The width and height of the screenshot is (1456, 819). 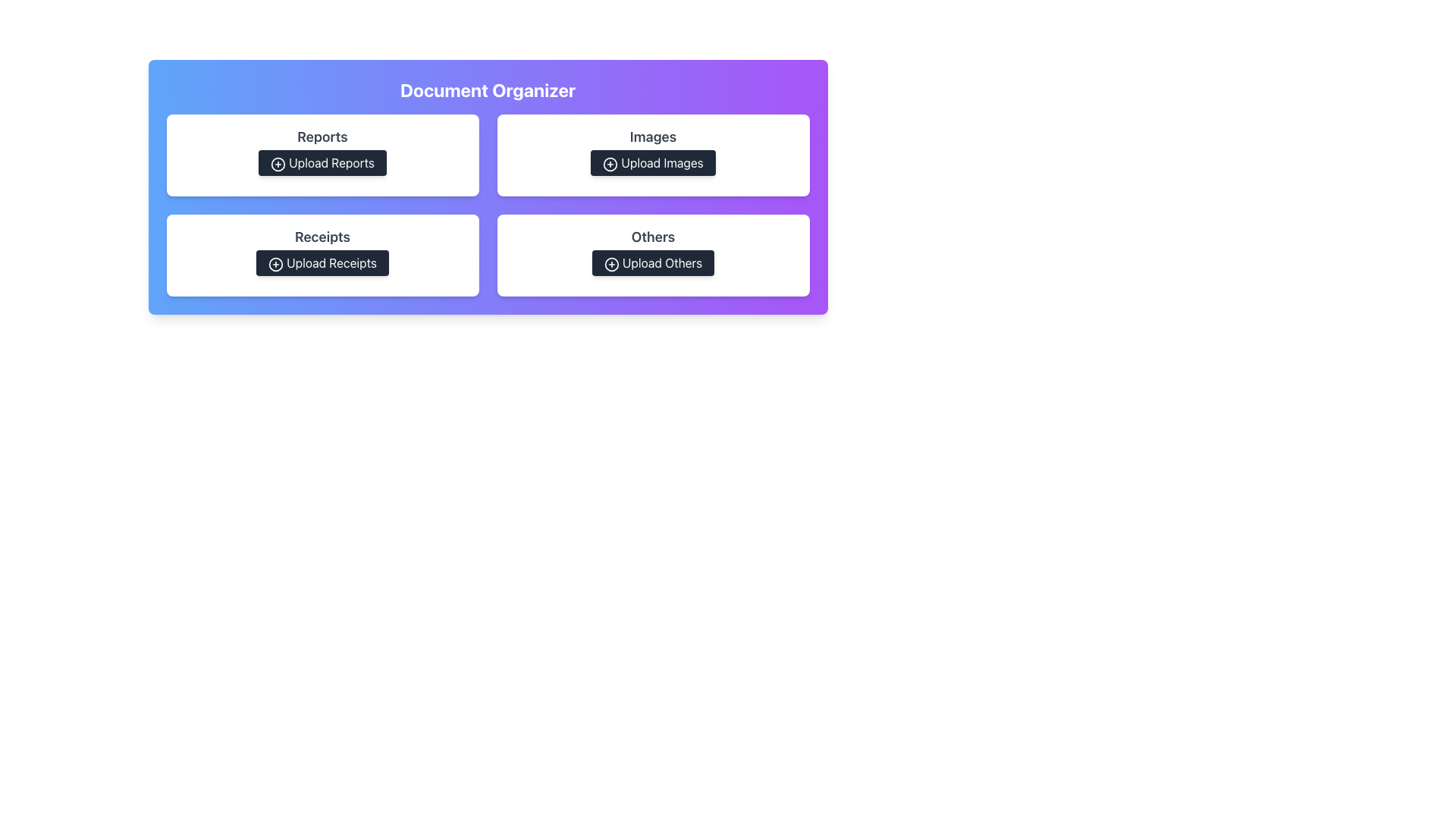 I want to click on text label that displays 'Others' in bold and large font, located on a white card above the 'Upload Others' button, so click(x=653, y=237).